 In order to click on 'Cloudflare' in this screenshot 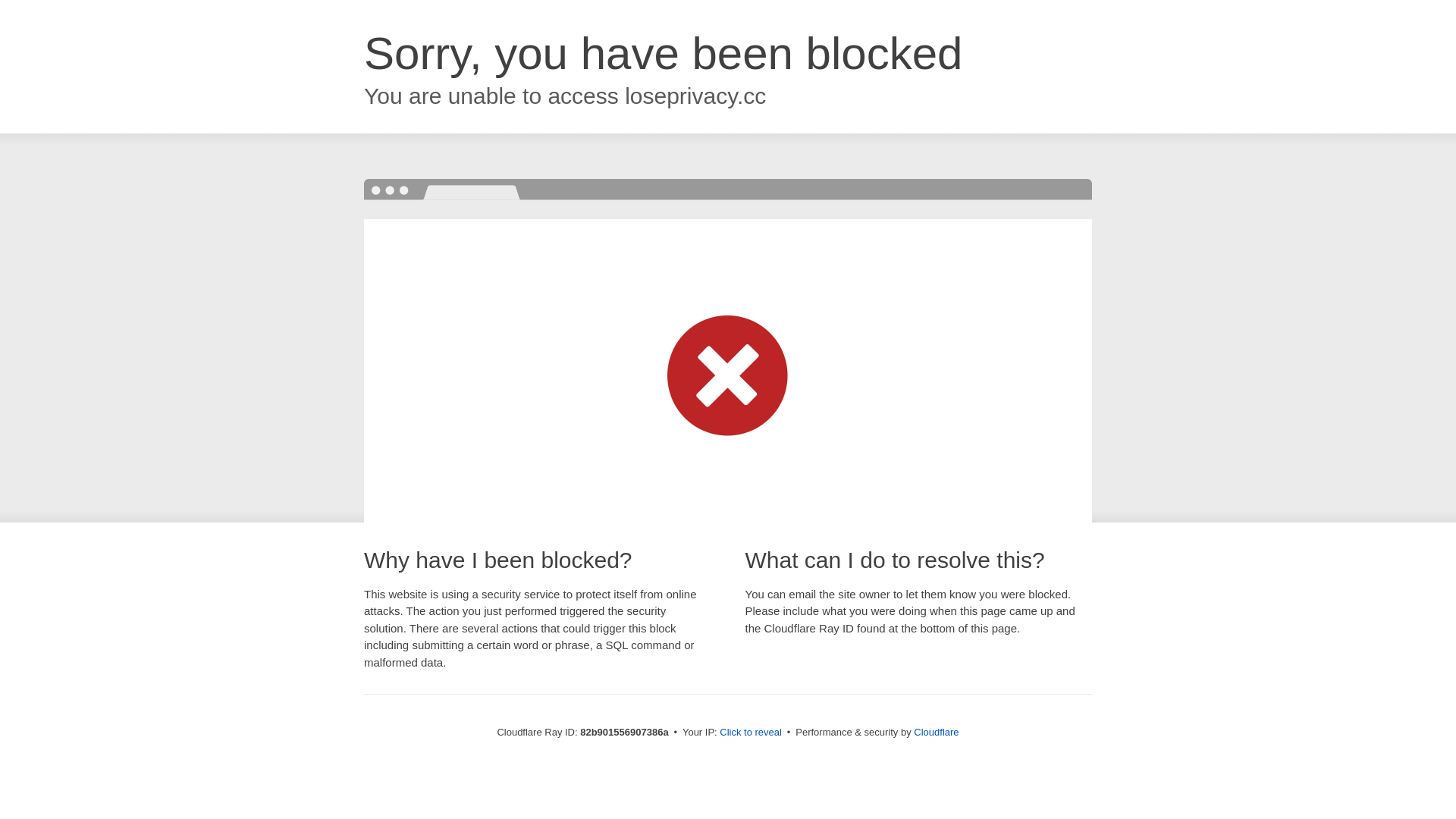, I will do `click(912, 731)`.